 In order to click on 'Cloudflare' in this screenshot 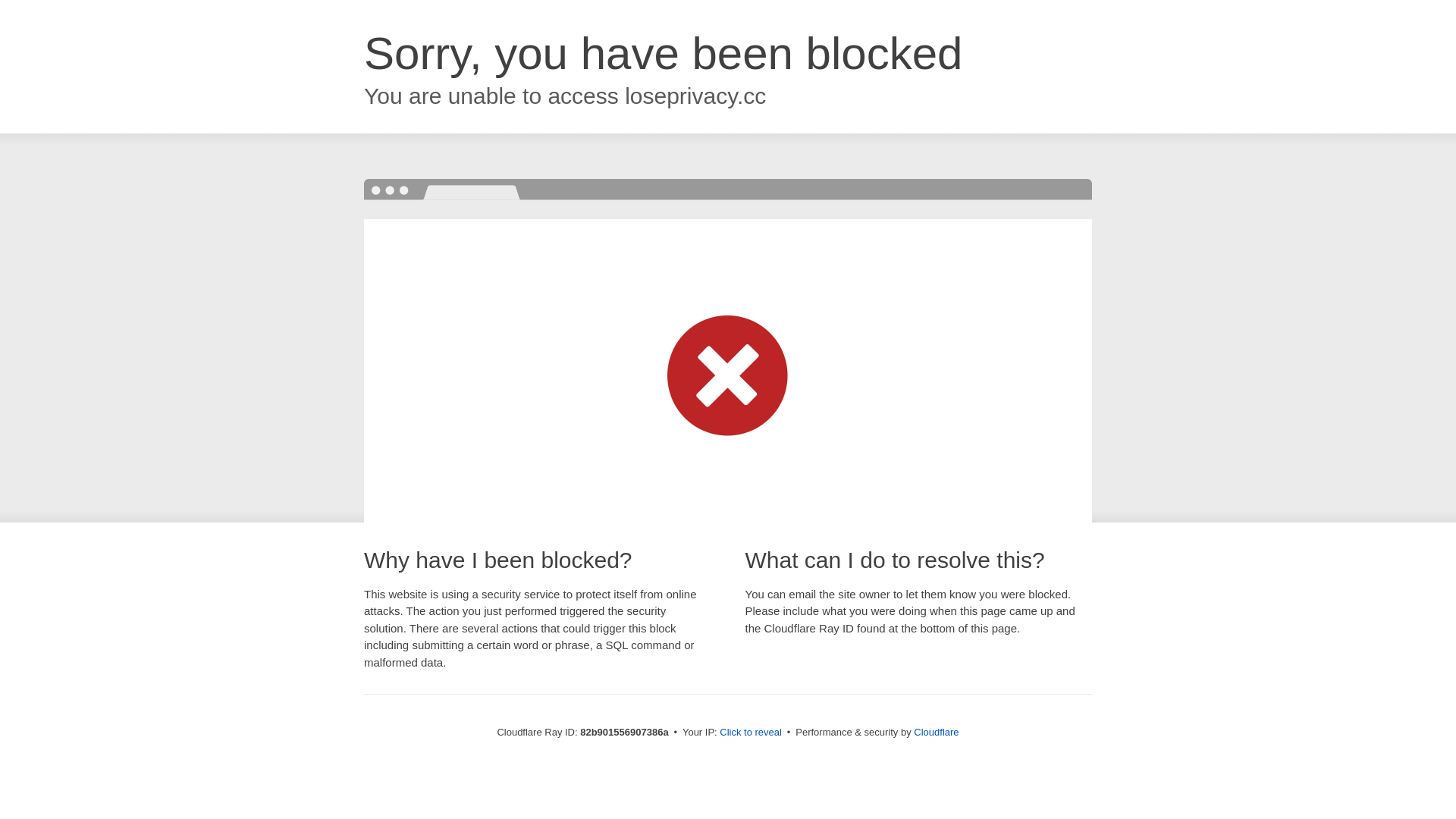, I will do `click(912, 731)`.